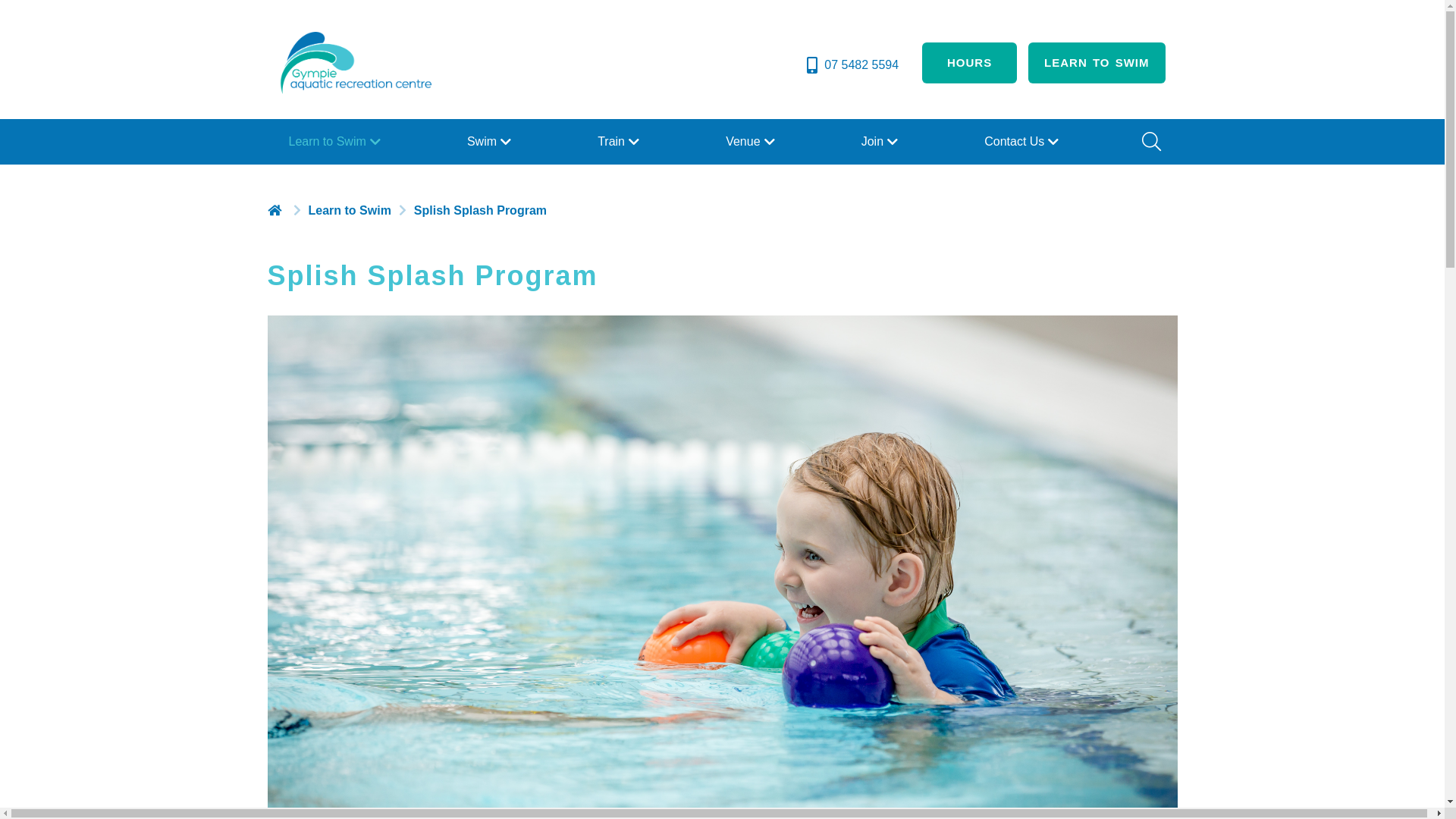 The height and width of the screenshot is (819, 1456). I want to click on 'Contact Us', so click(978, 141).